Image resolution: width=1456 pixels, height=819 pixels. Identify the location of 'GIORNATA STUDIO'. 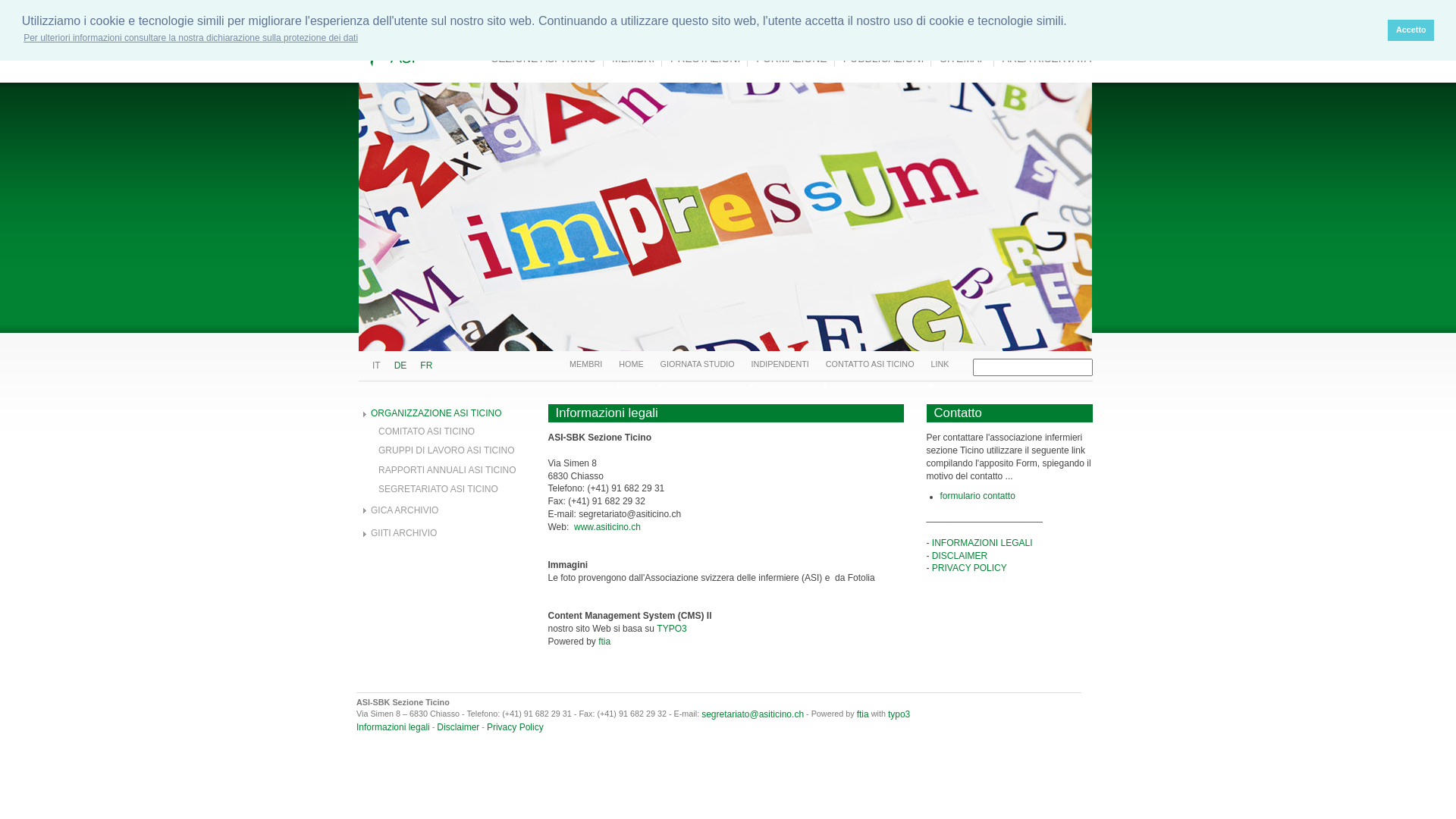
(697, 363).